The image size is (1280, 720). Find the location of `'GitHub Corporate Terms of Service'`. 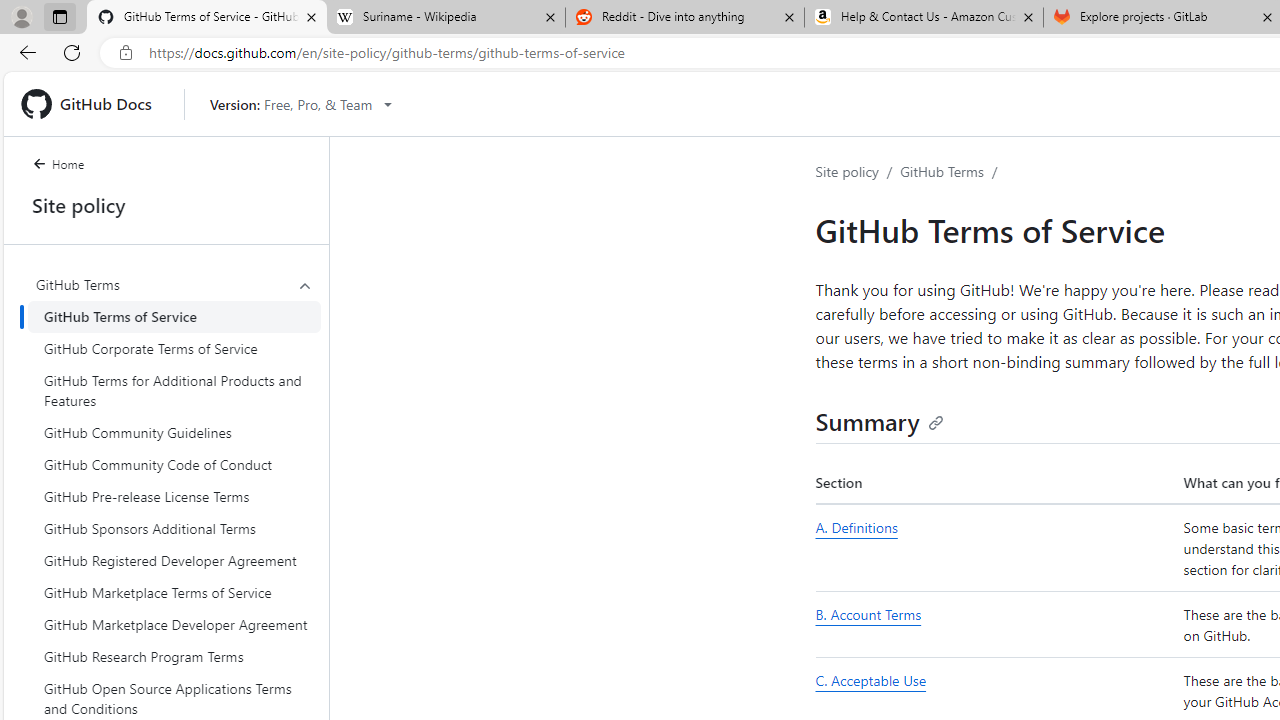

'GitHub Corporate Terms of Service' is located at coordinates (174, 347).